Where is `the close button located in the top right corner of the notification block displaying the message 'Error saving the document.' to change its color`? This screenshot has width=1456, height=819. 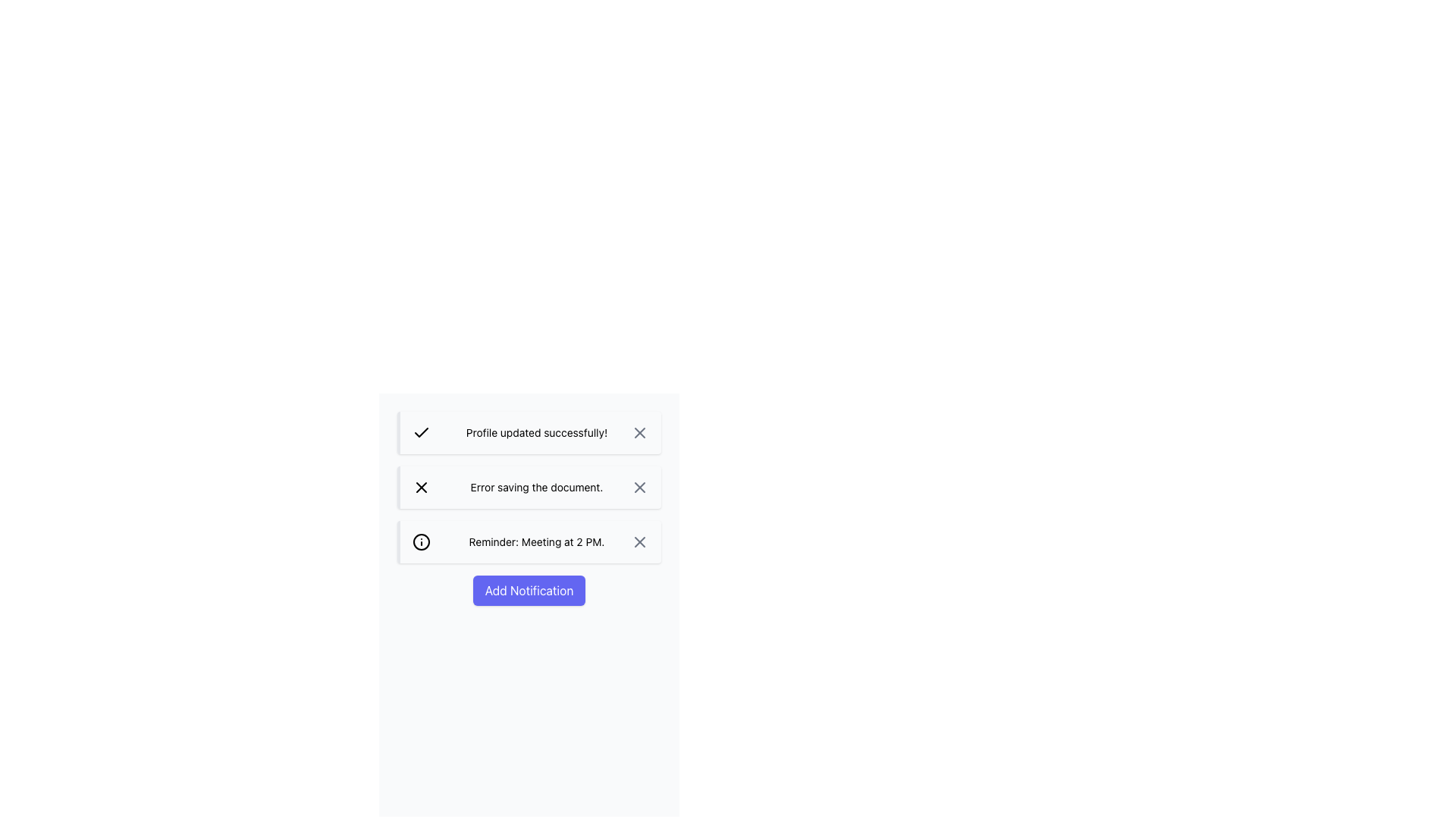
the close button located in the top right corner of the notification block displaying the message 'Error saving the document.' to change its color is located at coordinates (640, 488).